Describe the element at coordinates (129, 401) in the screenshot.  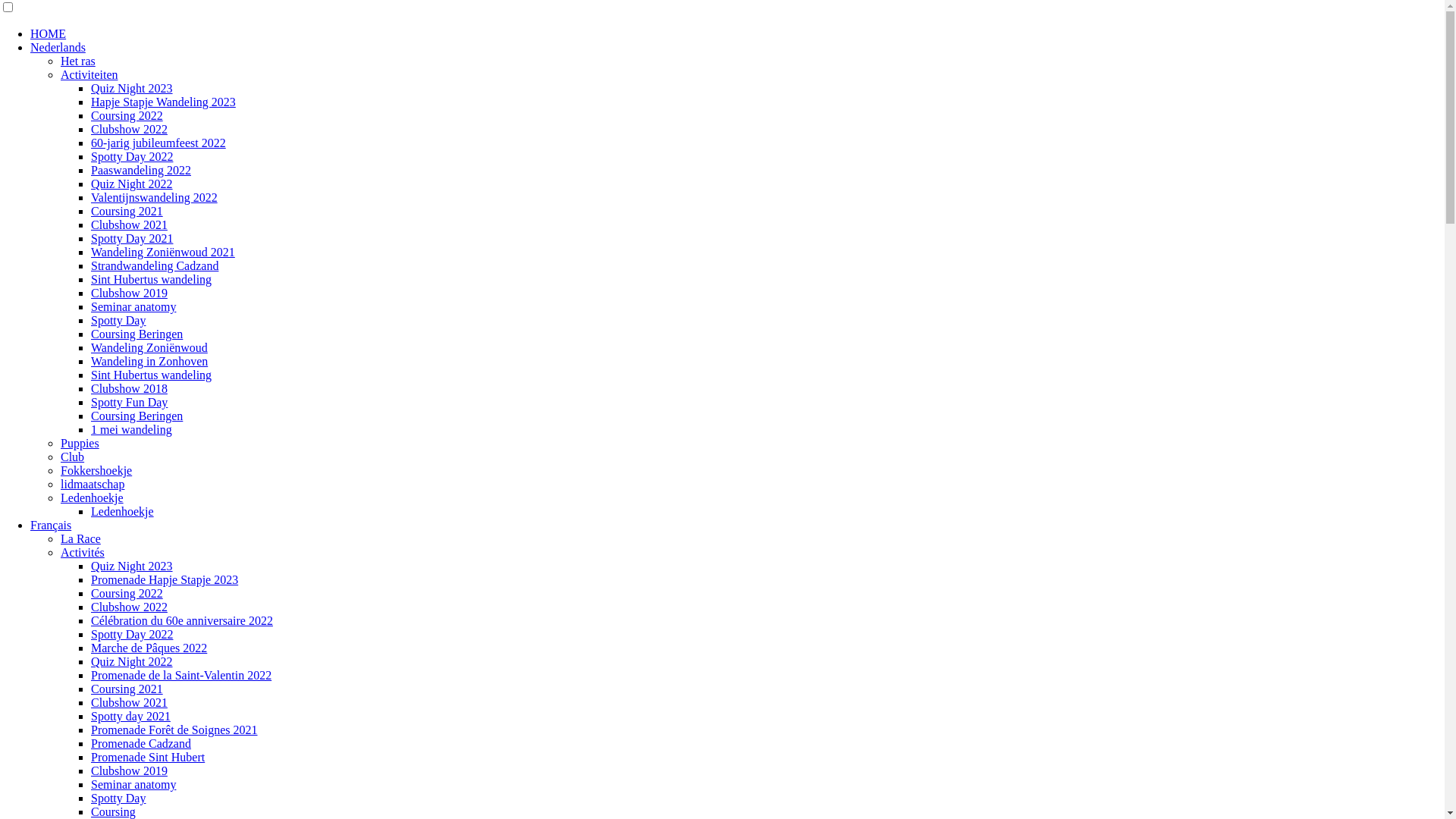
I see `'Spotty Fun Day'` at that location.